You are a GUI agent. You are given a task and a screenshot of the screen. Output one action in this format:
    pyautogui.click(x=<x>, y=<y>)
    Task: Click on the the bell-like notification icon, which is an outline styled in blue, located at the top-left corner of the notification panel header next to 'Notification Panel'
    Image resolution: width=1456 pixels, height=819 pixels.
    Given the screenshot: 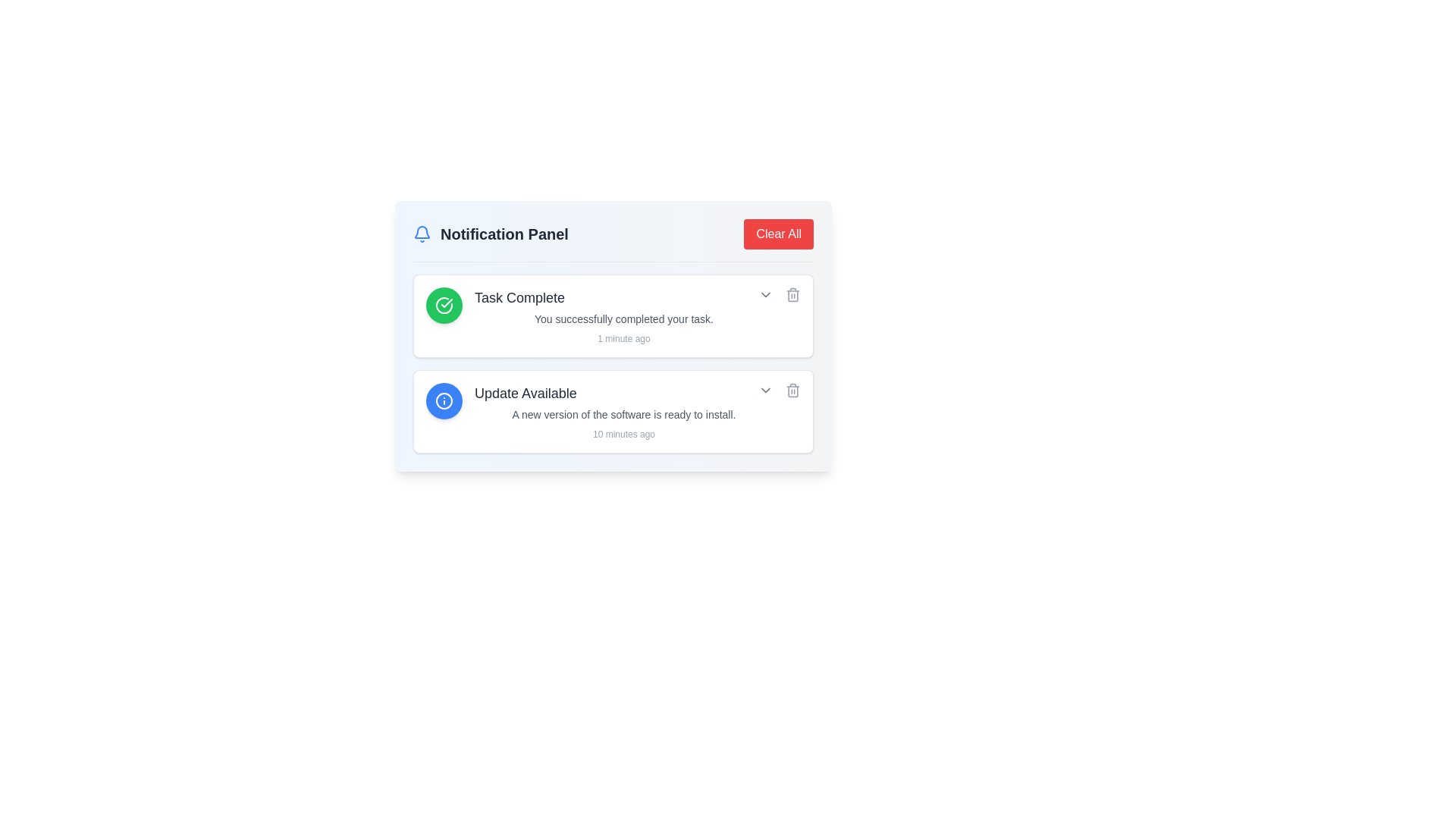 What is the action you would take?
    pyautogui.click(x=422, y=232)
    